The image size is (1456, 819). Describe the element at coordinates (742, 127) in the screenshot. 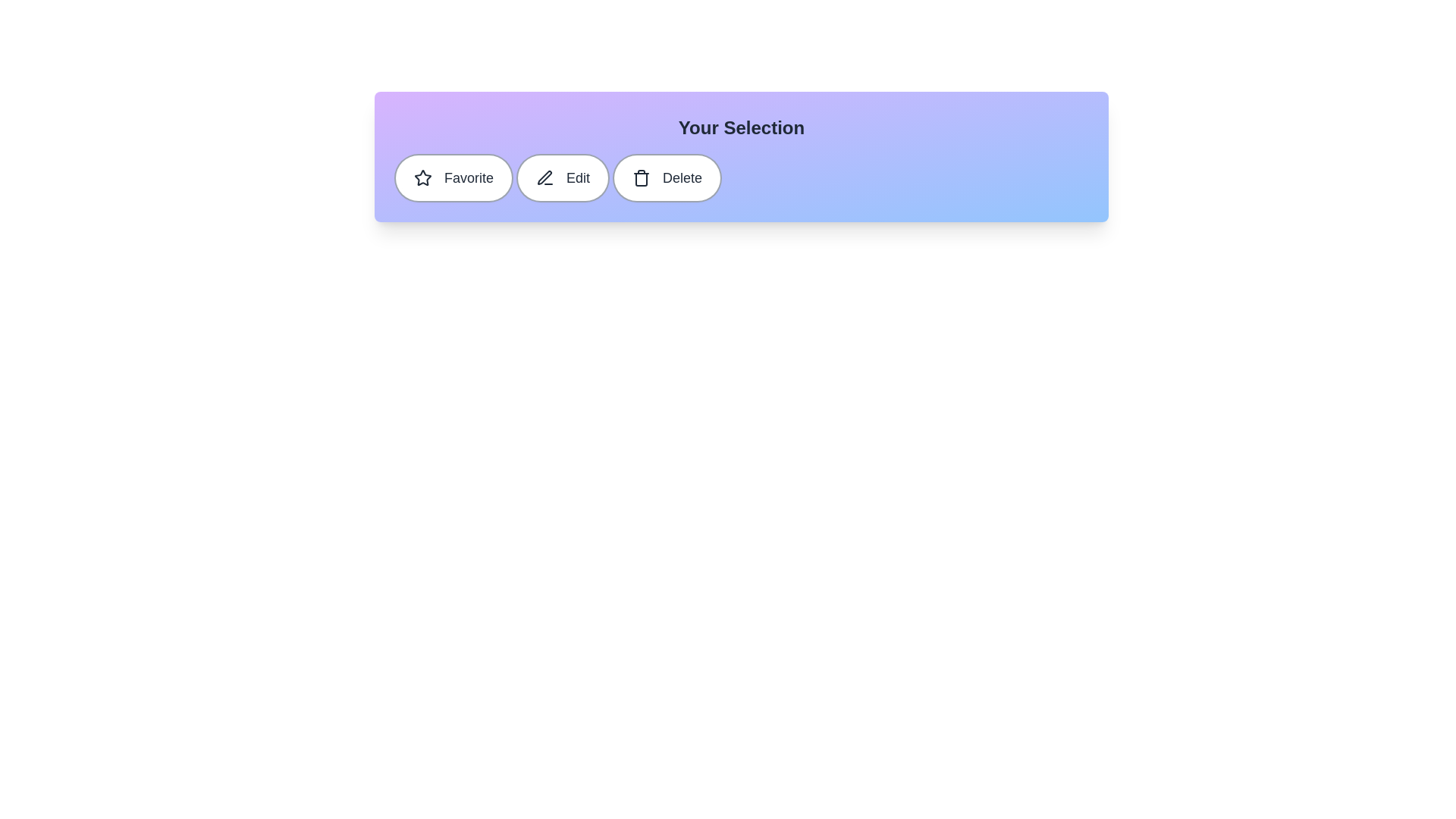

I see `the 'Your Selection' heading text` at that location.